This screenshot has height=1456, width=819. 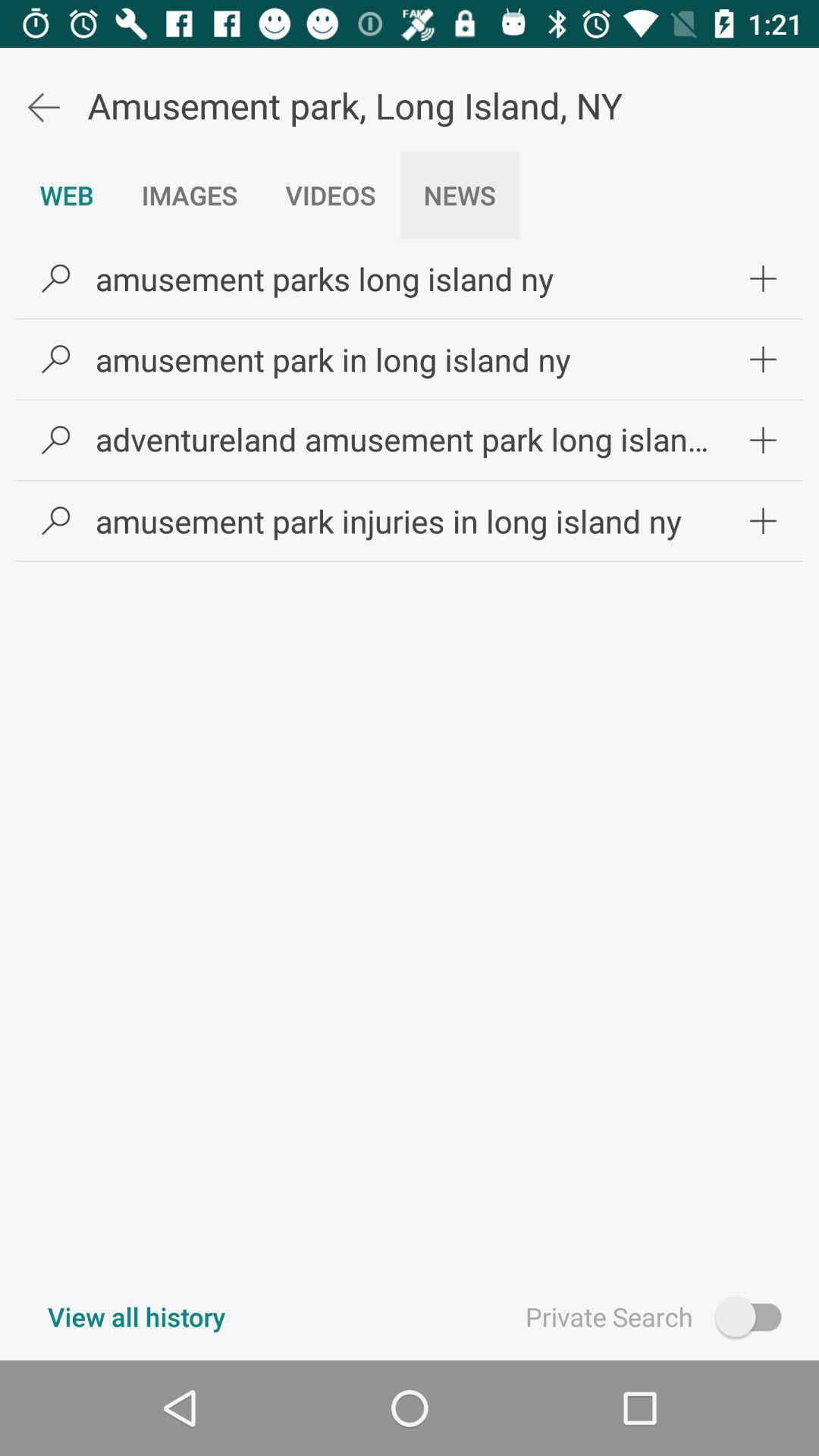 What do you see at coordinates (330, 194) in the screenshot?
I see `videos icon` at bounding box center [330, 194].